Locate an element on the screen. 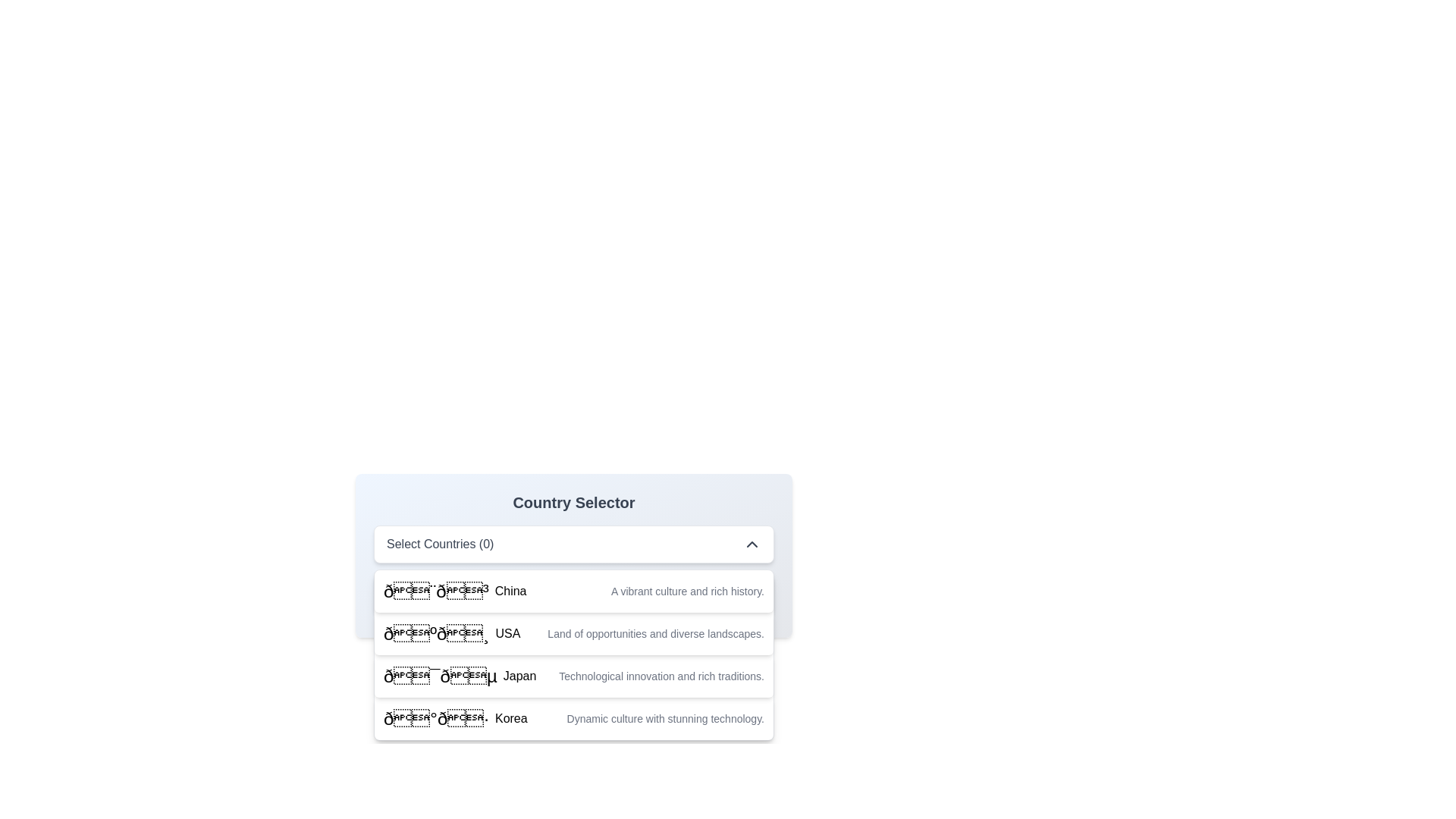 The width and height of the screenshot is (1456, 819). the fourth option in the dropdown menu representing 'Korea' is located at coordinates (573, 718).